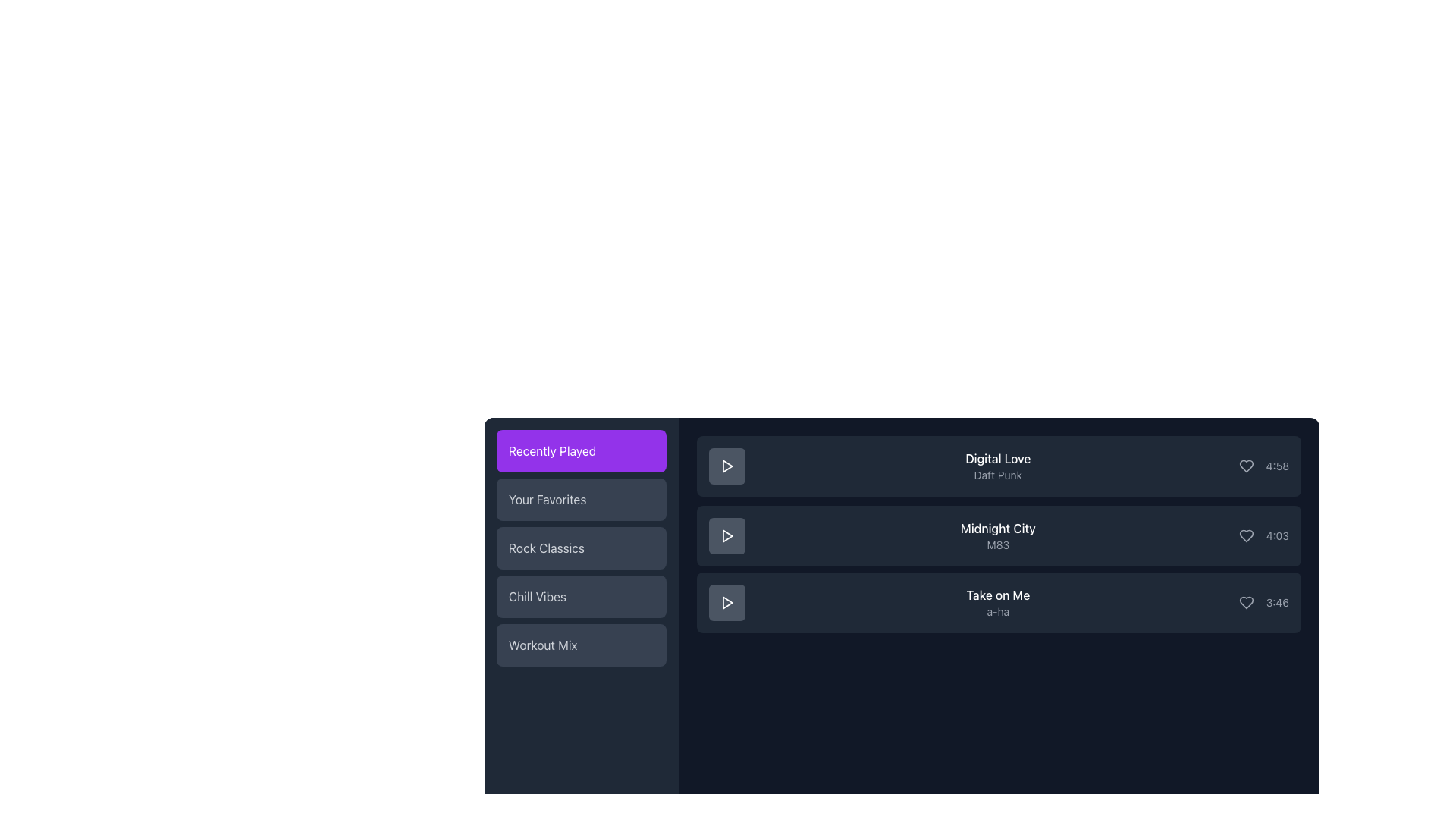 The width and height of the screenshot is (1456, 819). Describe the element at coordinates (581, 645) in the screenshot. I see `the 'Workout Mix' button located at the bottom of the navigation menu` at that location.